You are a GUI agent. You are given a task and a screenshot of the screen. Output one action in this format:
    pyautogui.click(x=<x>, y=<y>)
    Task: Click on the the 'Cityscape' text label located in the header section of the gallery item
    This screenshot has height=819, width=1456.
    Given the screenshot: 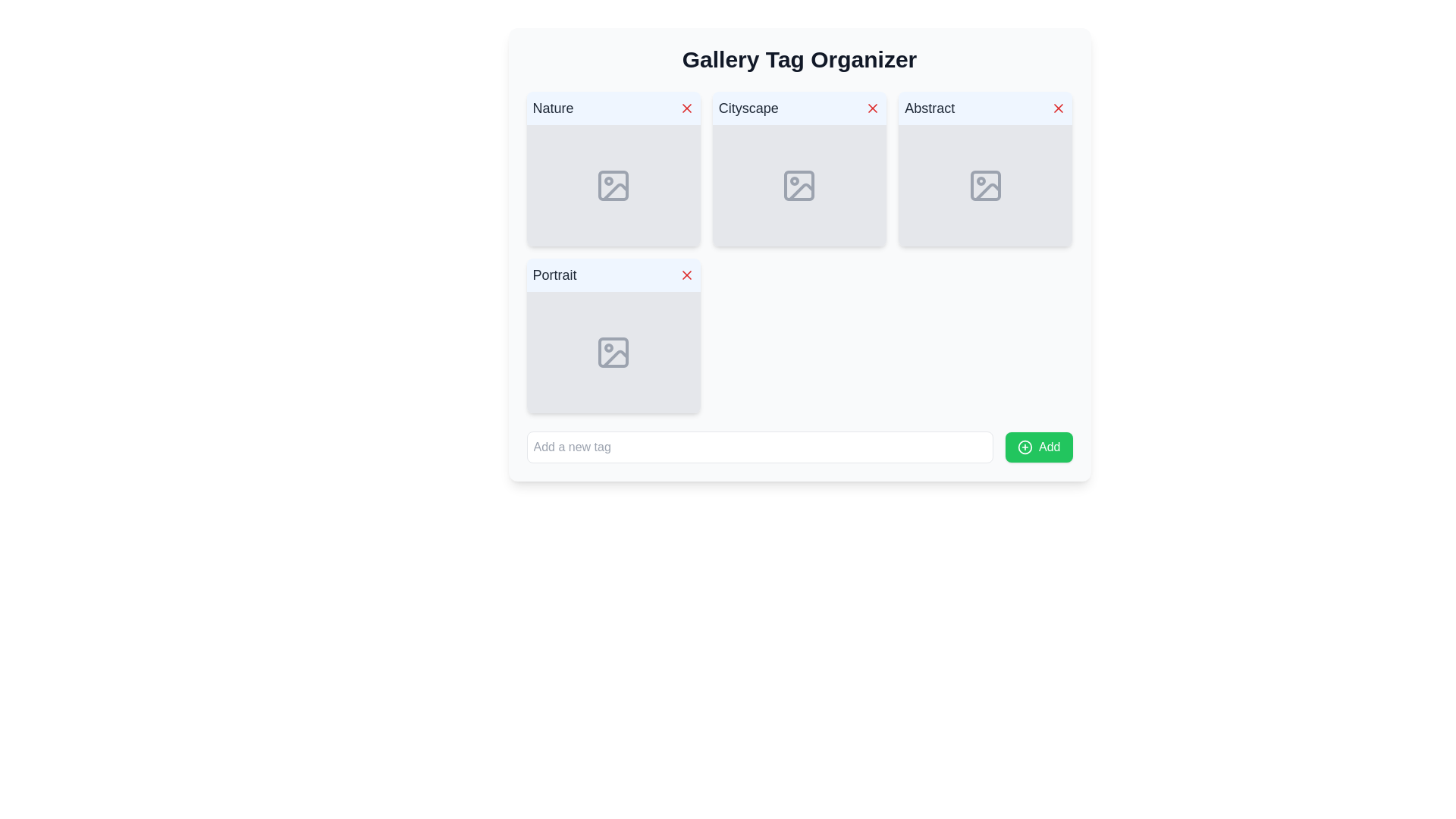 What is the action you would take?
    pyautogui.click(x=748, y=107)
    